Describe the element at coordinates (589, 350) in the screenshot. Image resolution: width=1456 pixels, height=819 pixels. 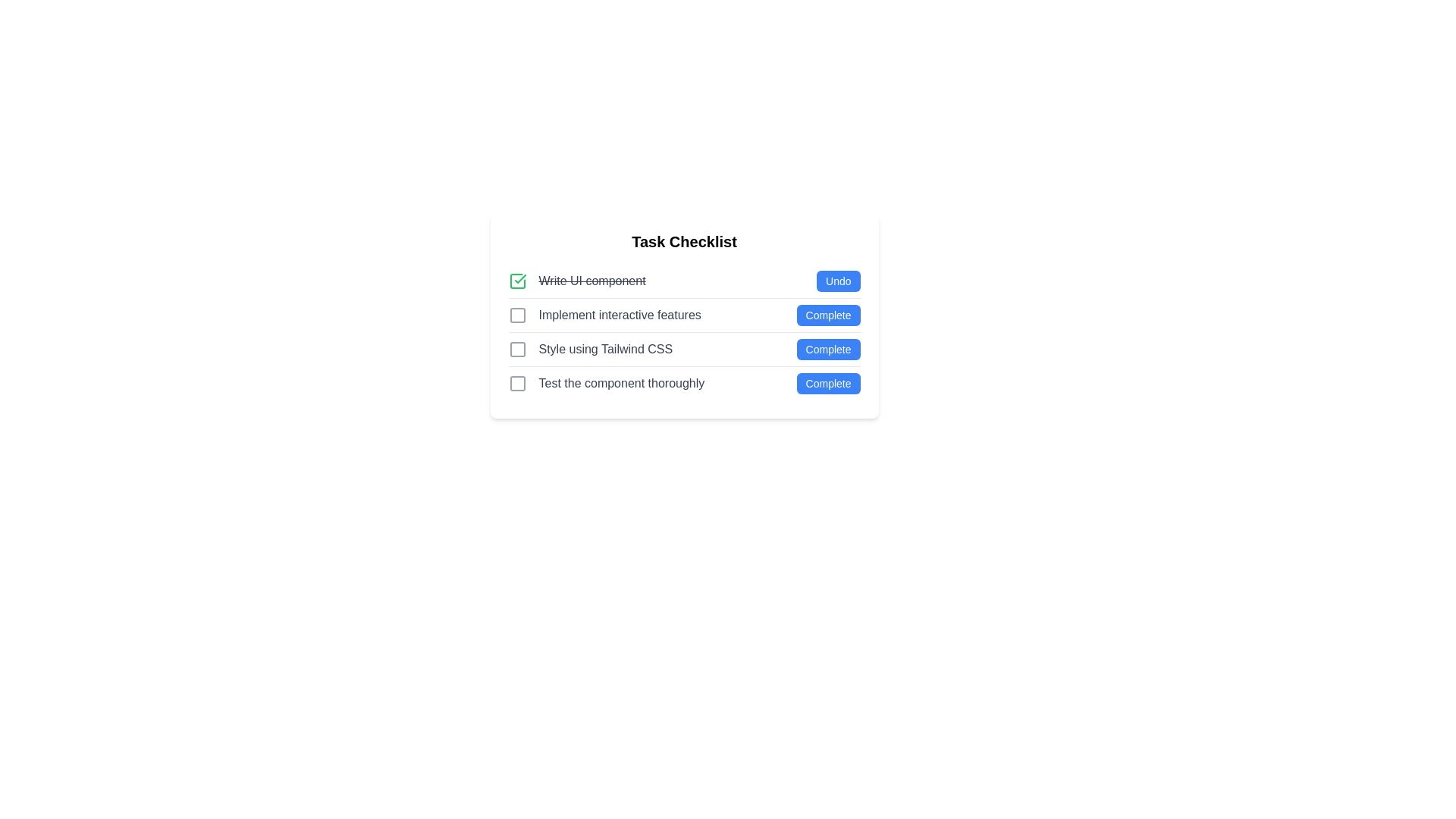
I see `the checkbox associated with the text 'Style using Tailwind CSS' to trigger potential highlighting effects` at that location.